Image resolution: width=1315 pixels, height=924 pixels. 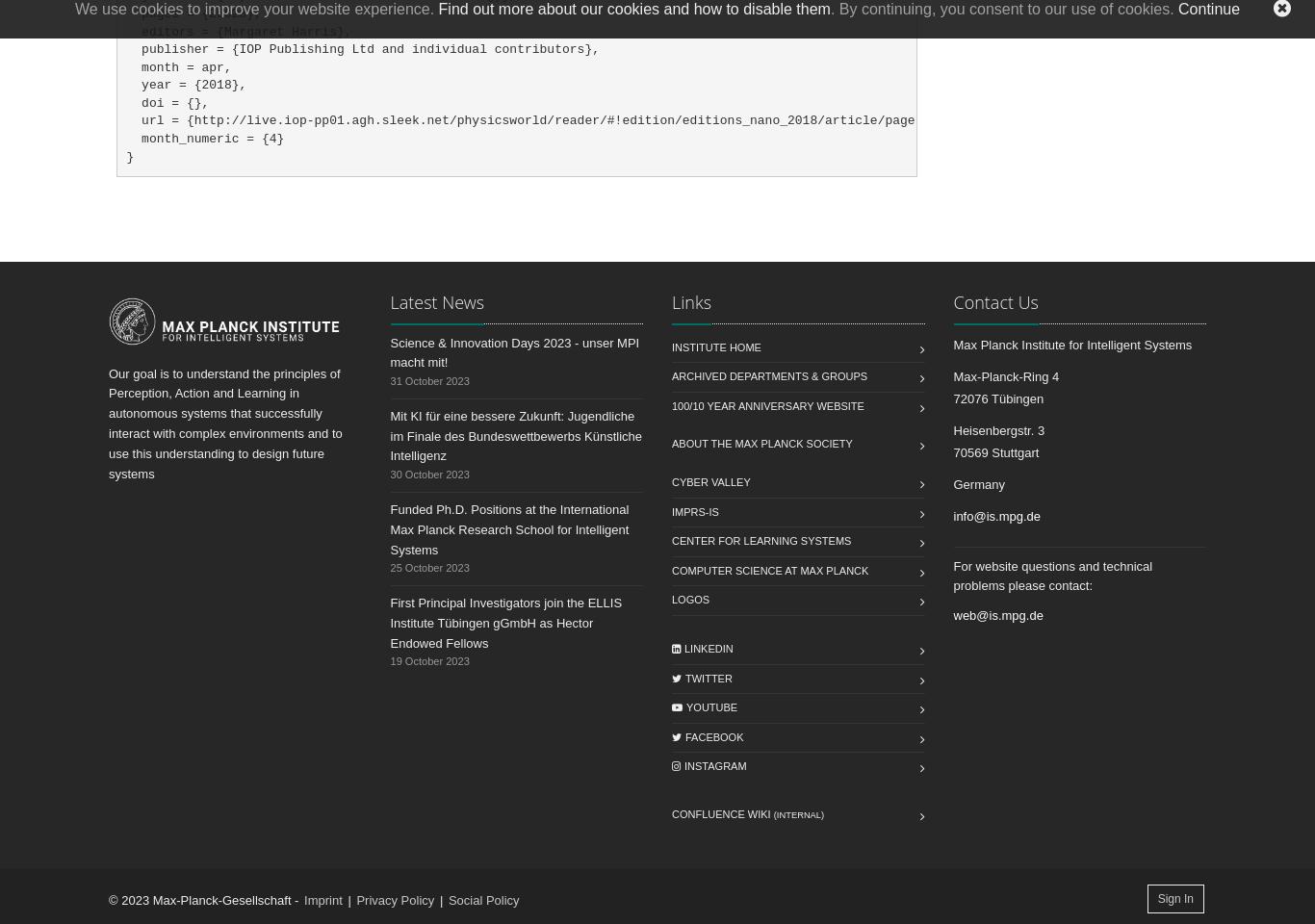 What do you see at coordinates (427, 568) in the screenshot?
I see `'25 October 2023'` at bounding box center [427, 568].